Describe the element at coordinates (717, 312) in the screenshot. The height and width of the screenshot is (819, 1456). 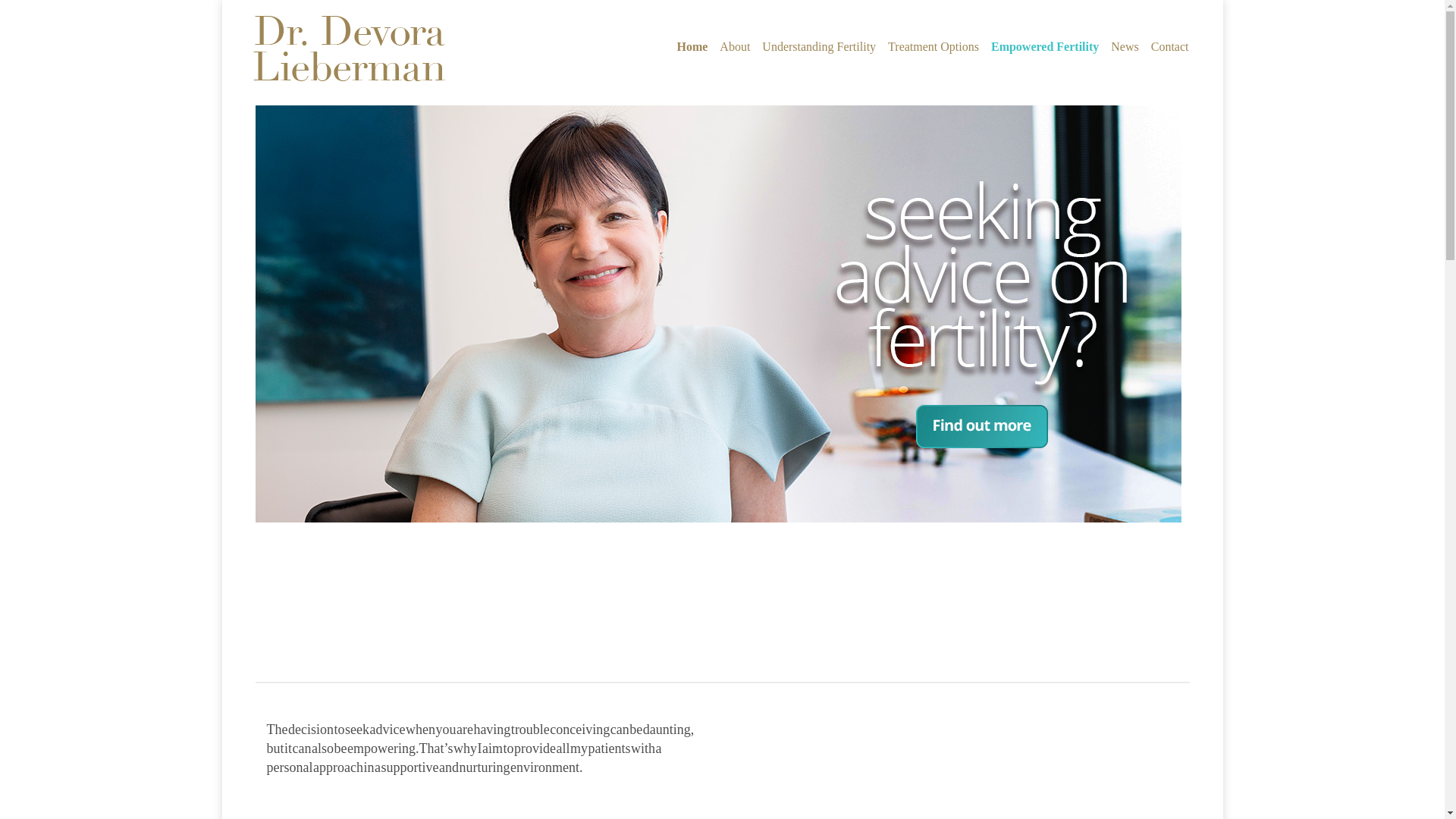
I see `'Advice on fertility'` at that location.